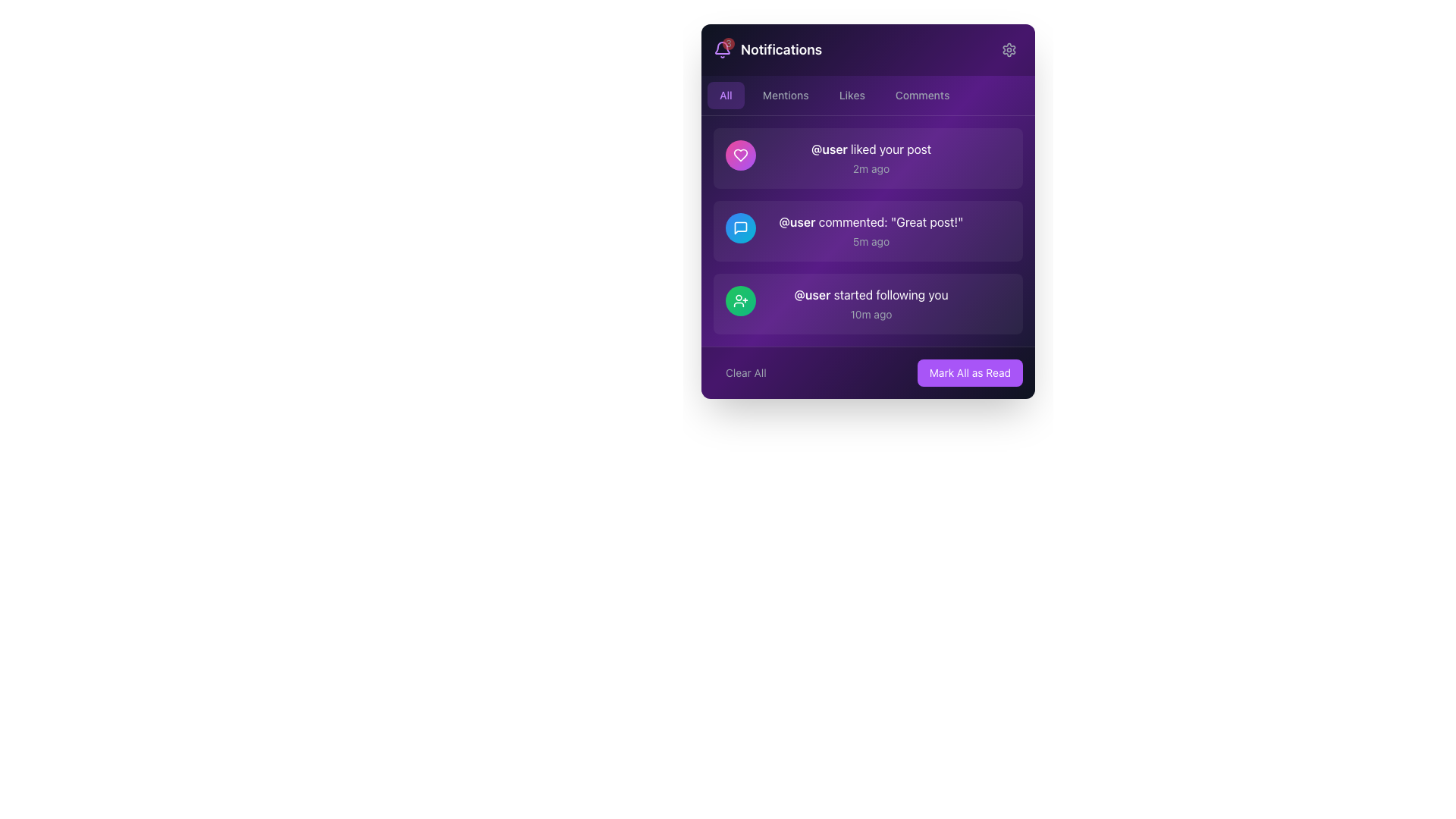 Image resolution: width=1456 pixels, height=819 pixels. I want to click on the Notification Indicator bell icon, which shows a count of '3', located in the upper-left corner of the interface, so click(722, 49).